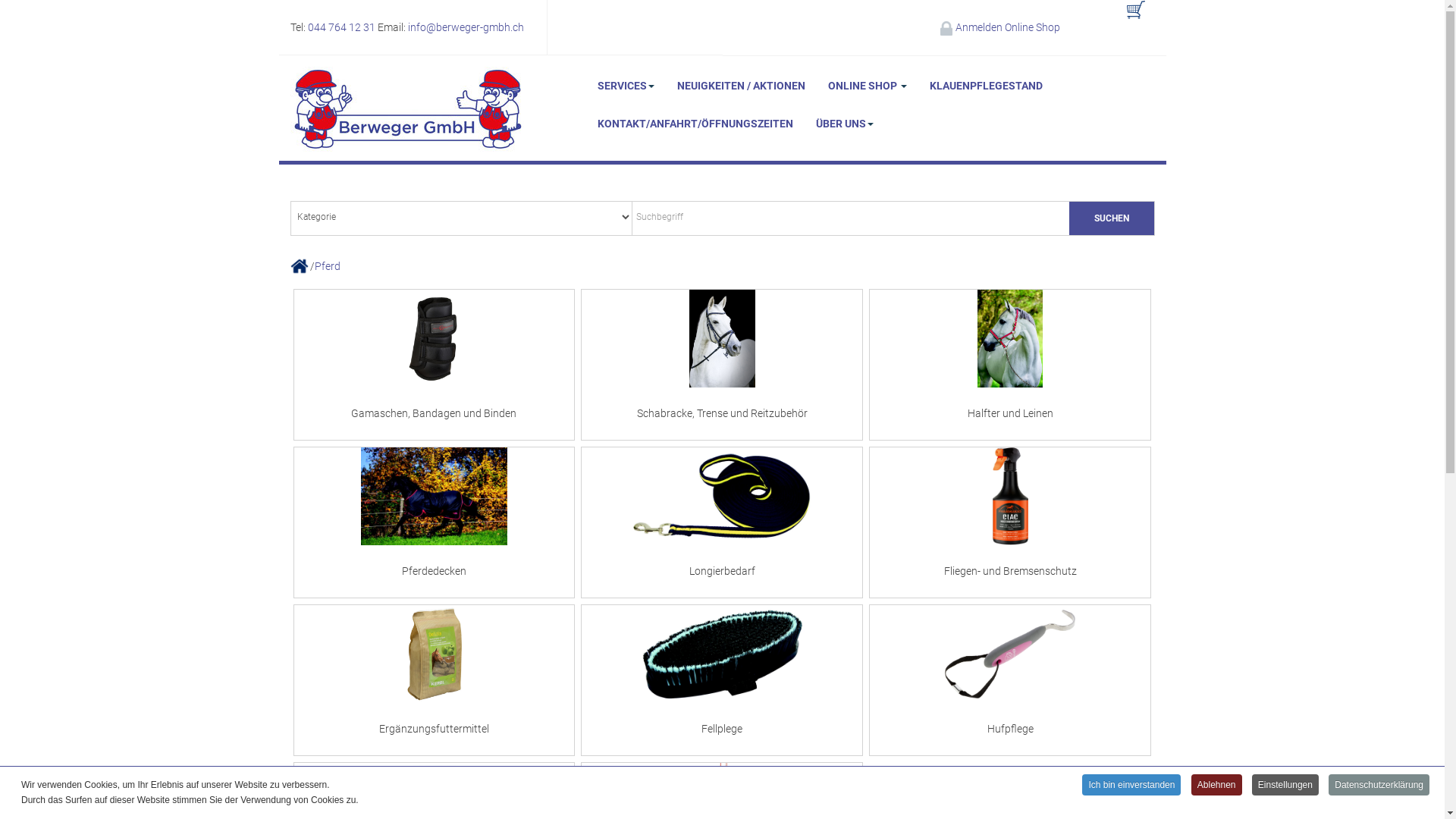  I want to click on 'SERVICES', so click(625, 85).